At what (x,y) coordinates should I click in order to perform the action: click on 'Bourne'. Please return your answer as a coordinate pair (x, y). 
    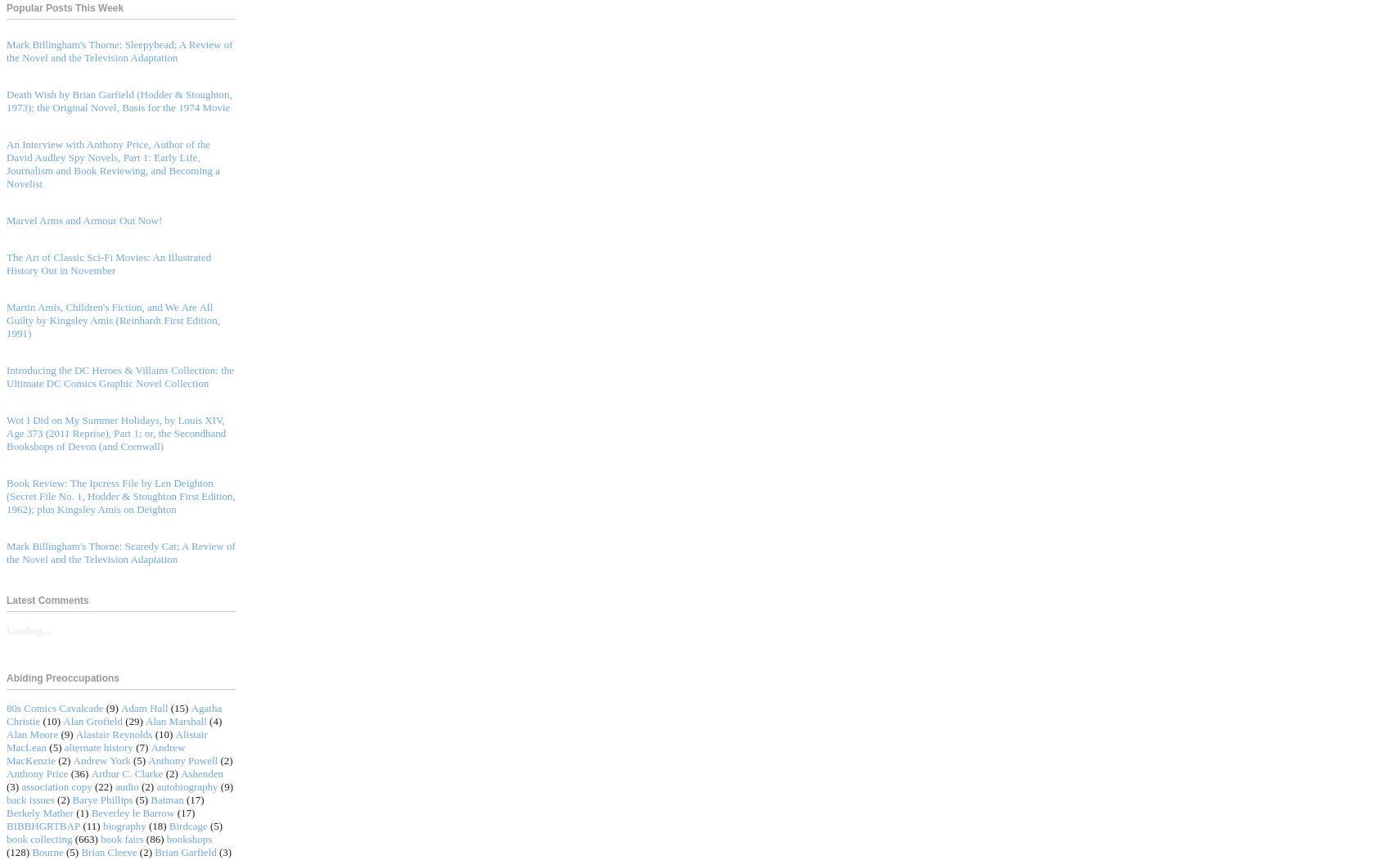
    Looking at the image, I should click on (47, 850).